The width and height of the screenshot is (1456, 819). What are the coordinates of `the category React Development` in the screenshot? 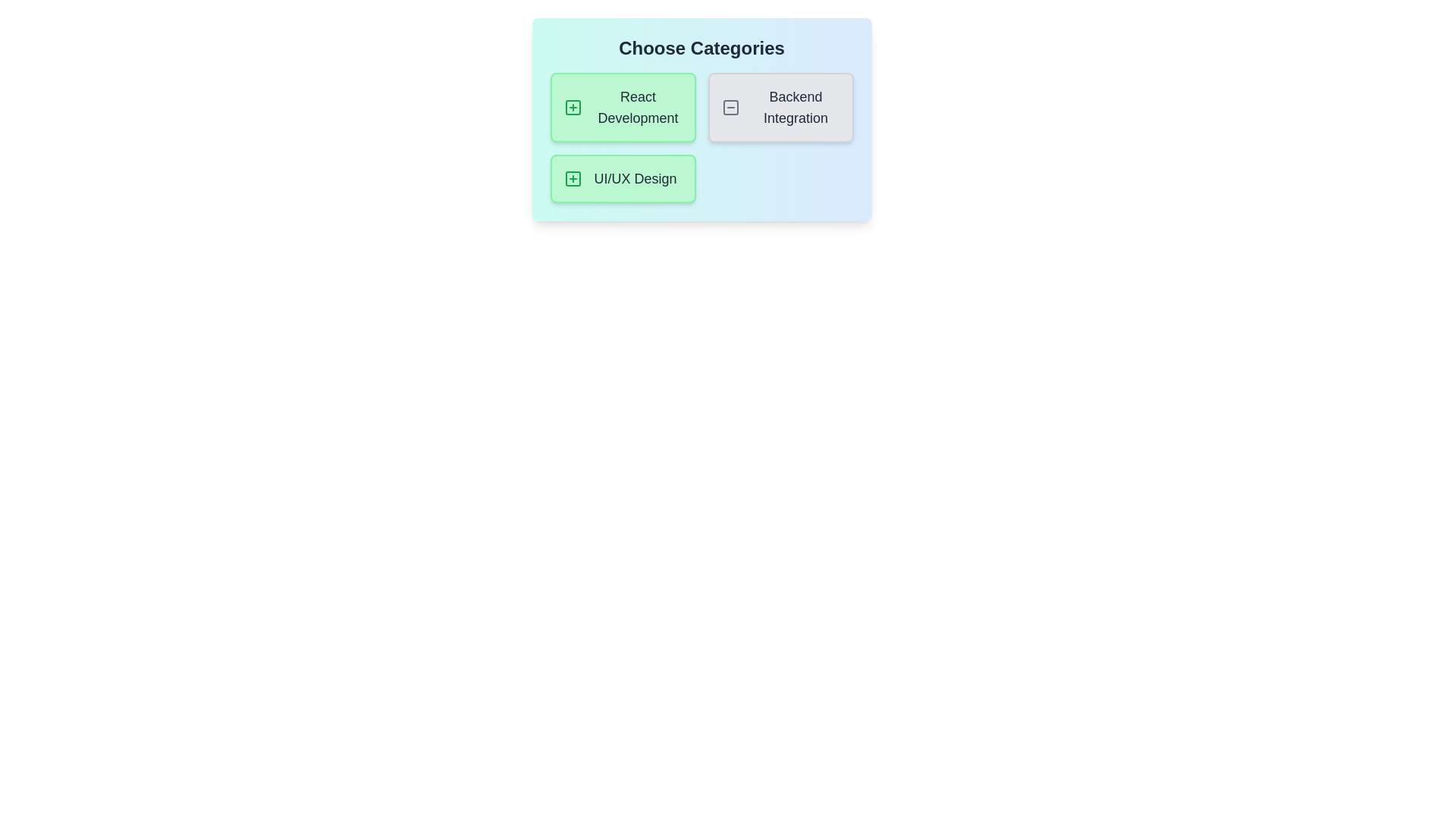 It's located at (623, 107).